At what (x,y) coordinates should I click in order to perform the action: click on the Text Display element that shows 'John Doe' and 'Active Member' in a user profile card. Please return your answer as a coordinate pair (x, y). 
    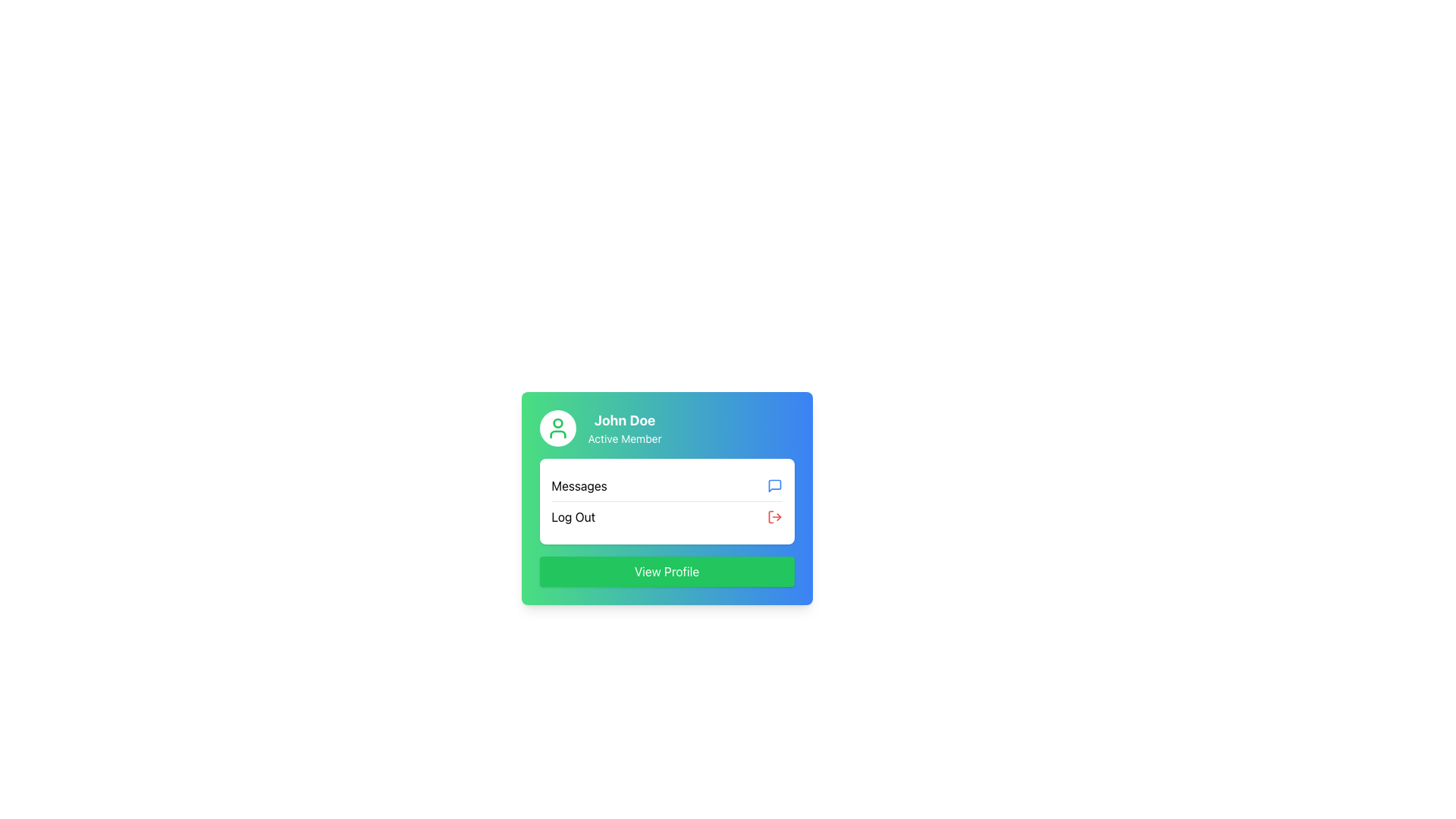
    Looking at the image, I should click on (625, 428).